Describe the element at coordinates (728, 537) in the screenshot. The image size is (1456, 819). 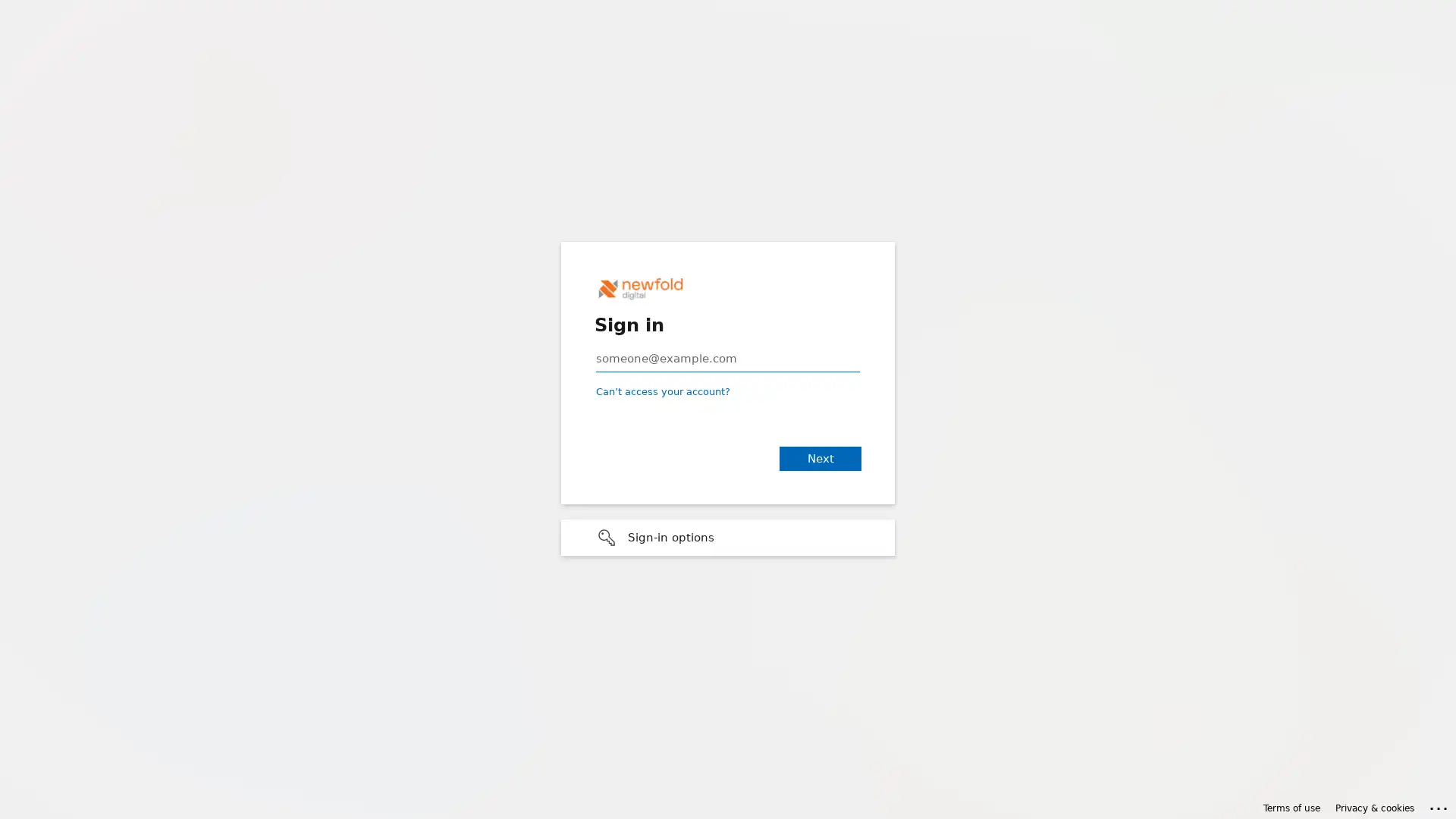
I see `Sign-in options` at that location.